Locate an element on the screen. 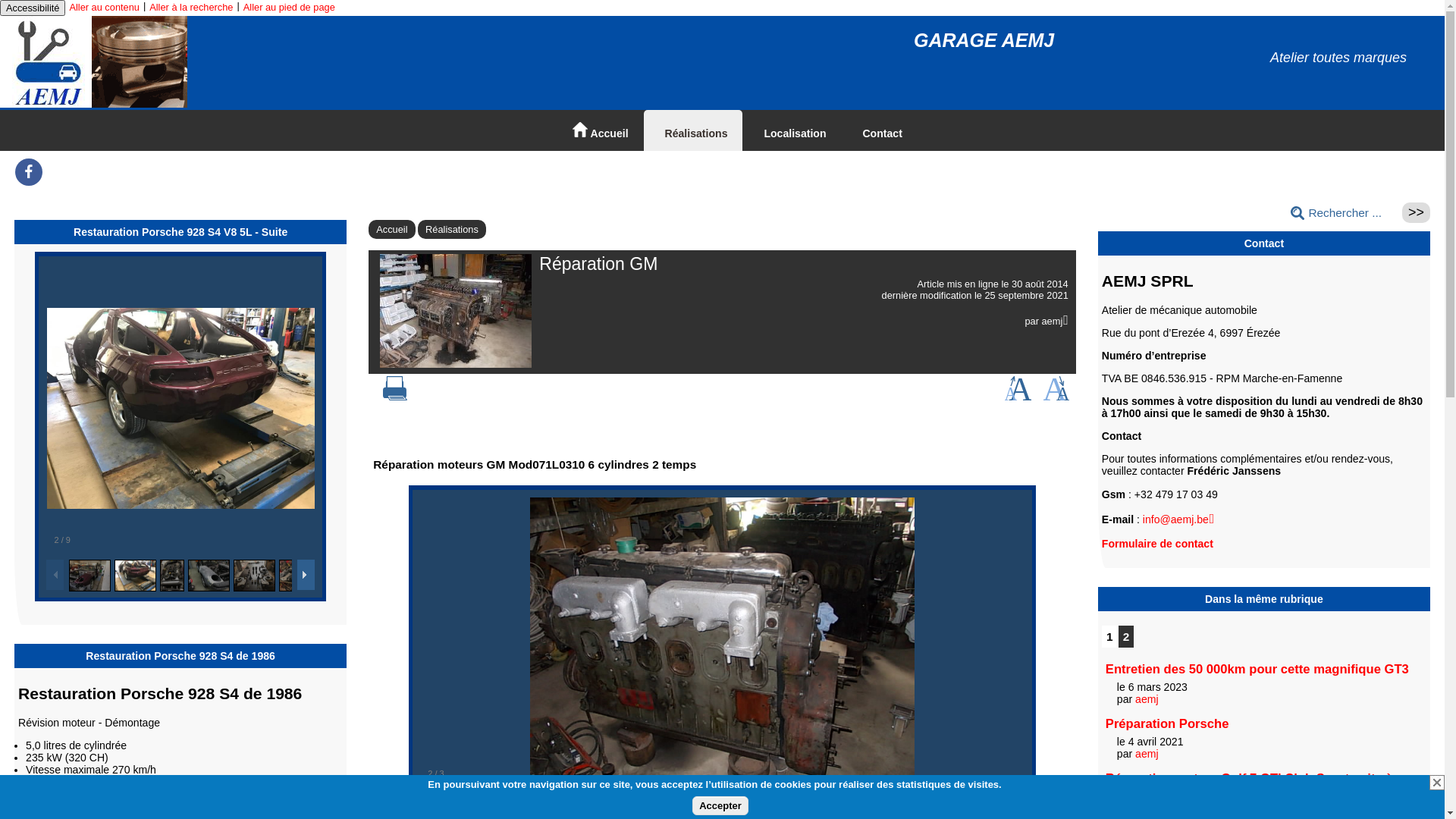 This screenshot has width=1456, height=819. 'Formulaire de contact' is located at coordinates (1156, 543).